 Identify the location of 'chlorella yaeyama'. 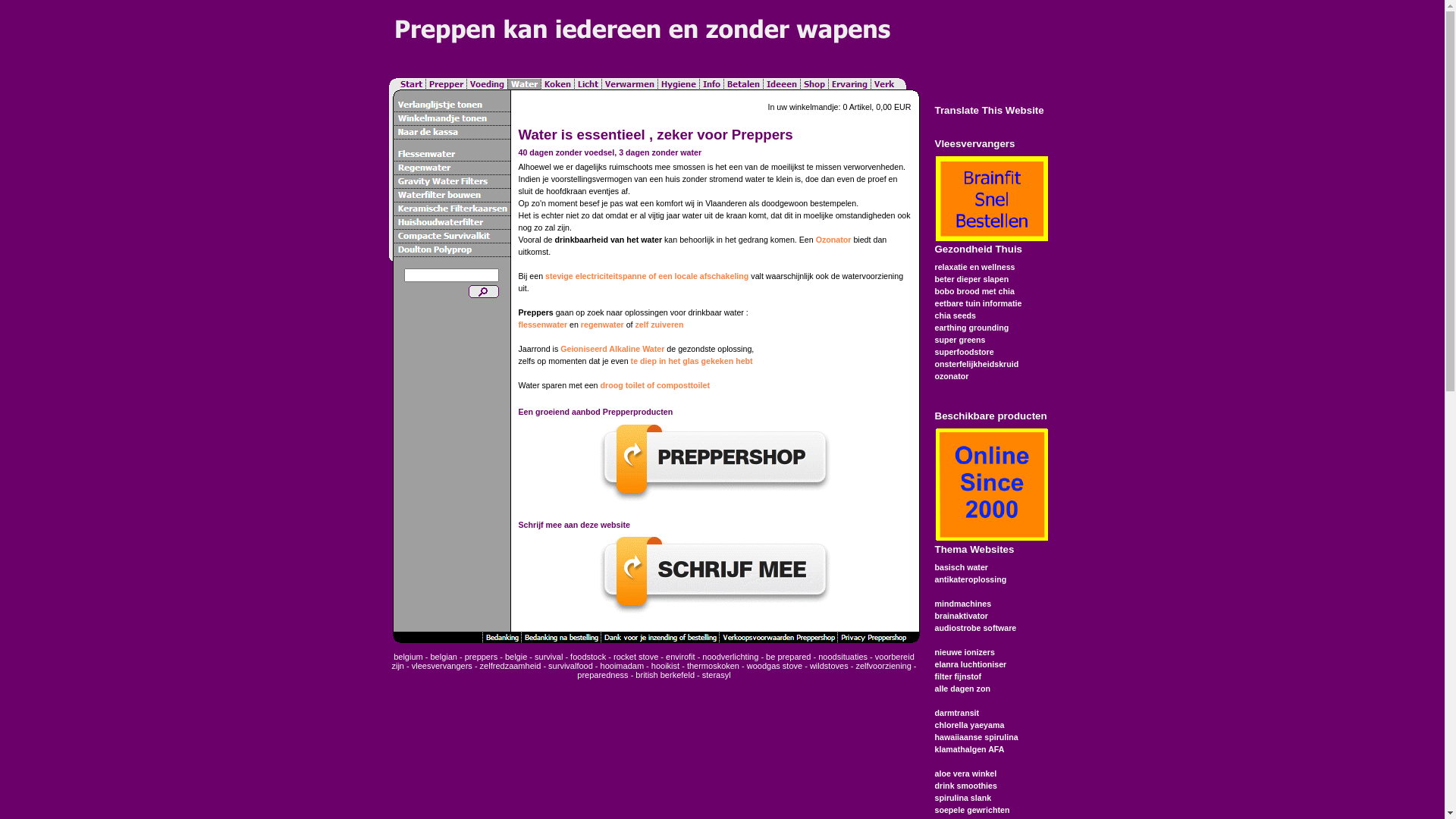
(968, 724).